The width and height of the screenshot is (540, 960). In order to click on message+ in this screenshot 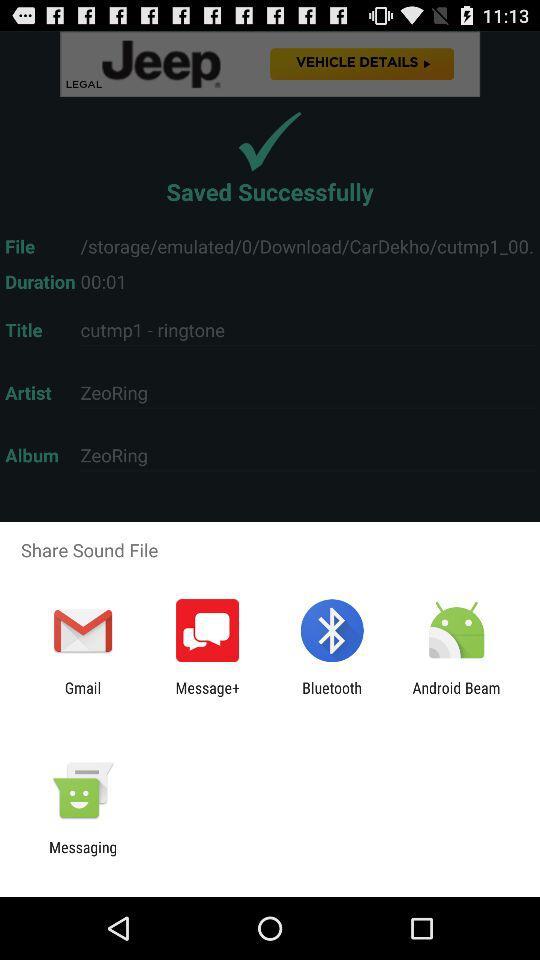, I will do `click(206, 696)`.